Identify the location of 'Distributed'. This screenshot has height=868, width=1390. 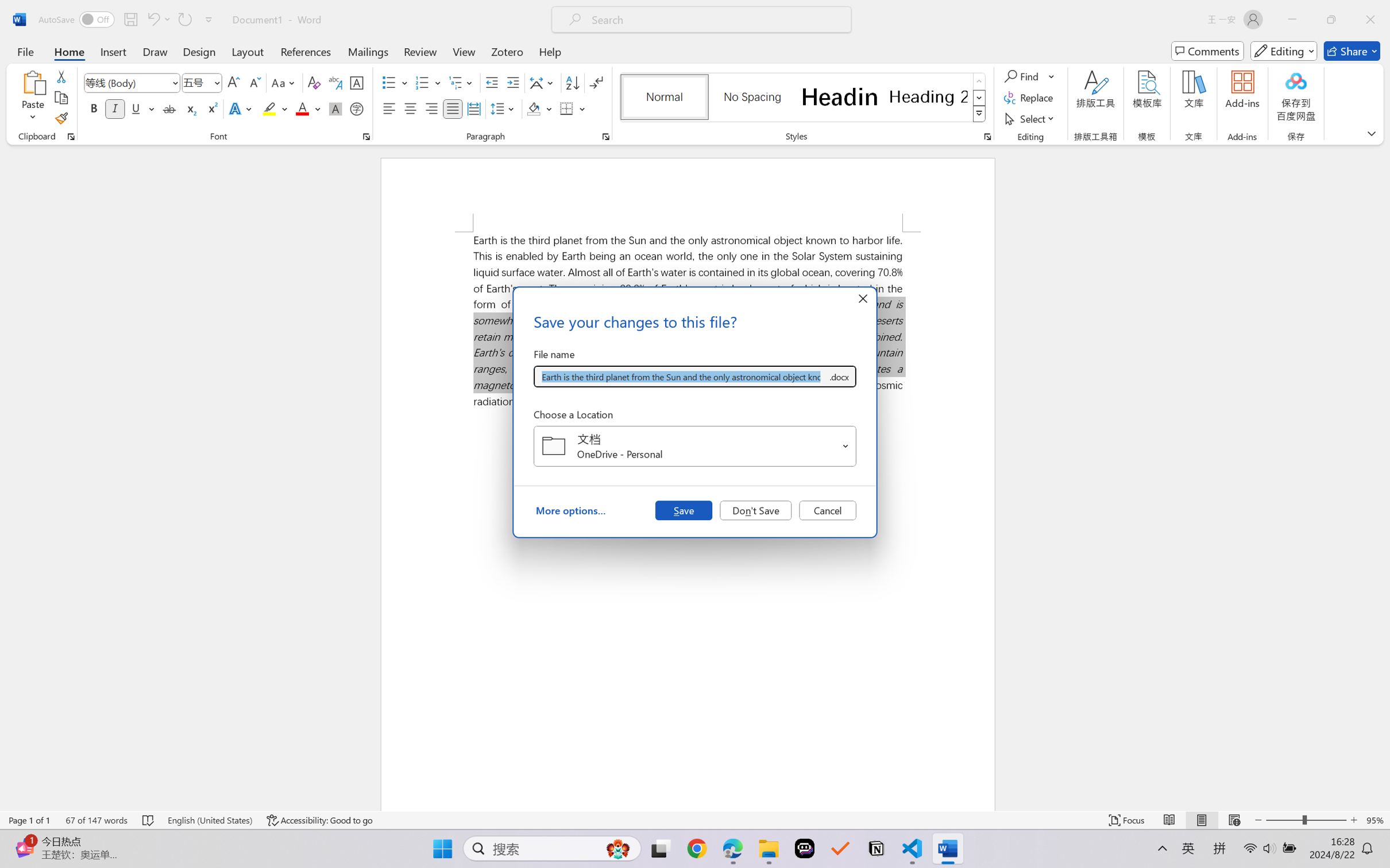
(473, 108).